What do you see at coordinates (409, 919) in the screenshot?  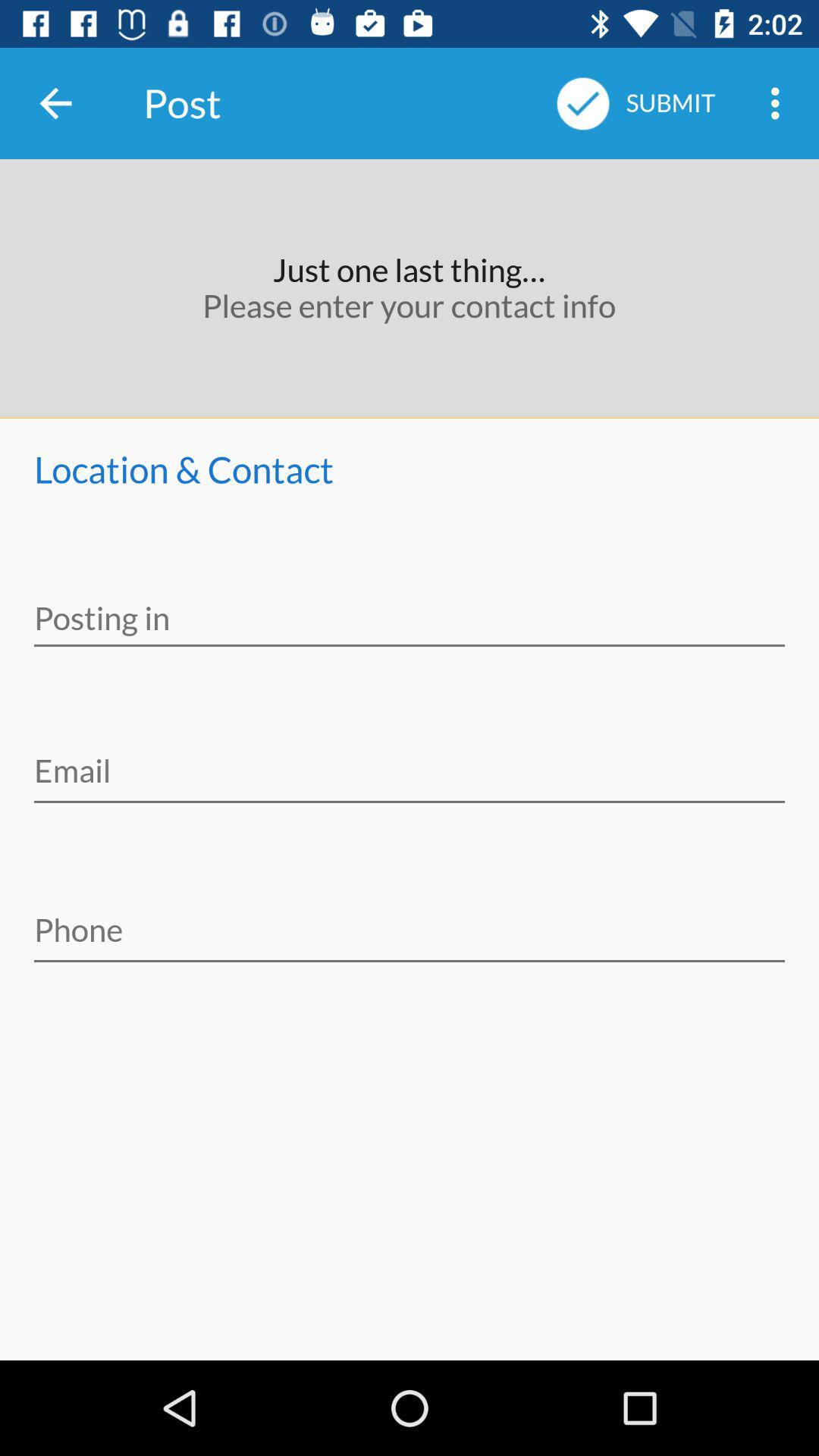 I see `phone textbox` at bounding box center [409, 919].